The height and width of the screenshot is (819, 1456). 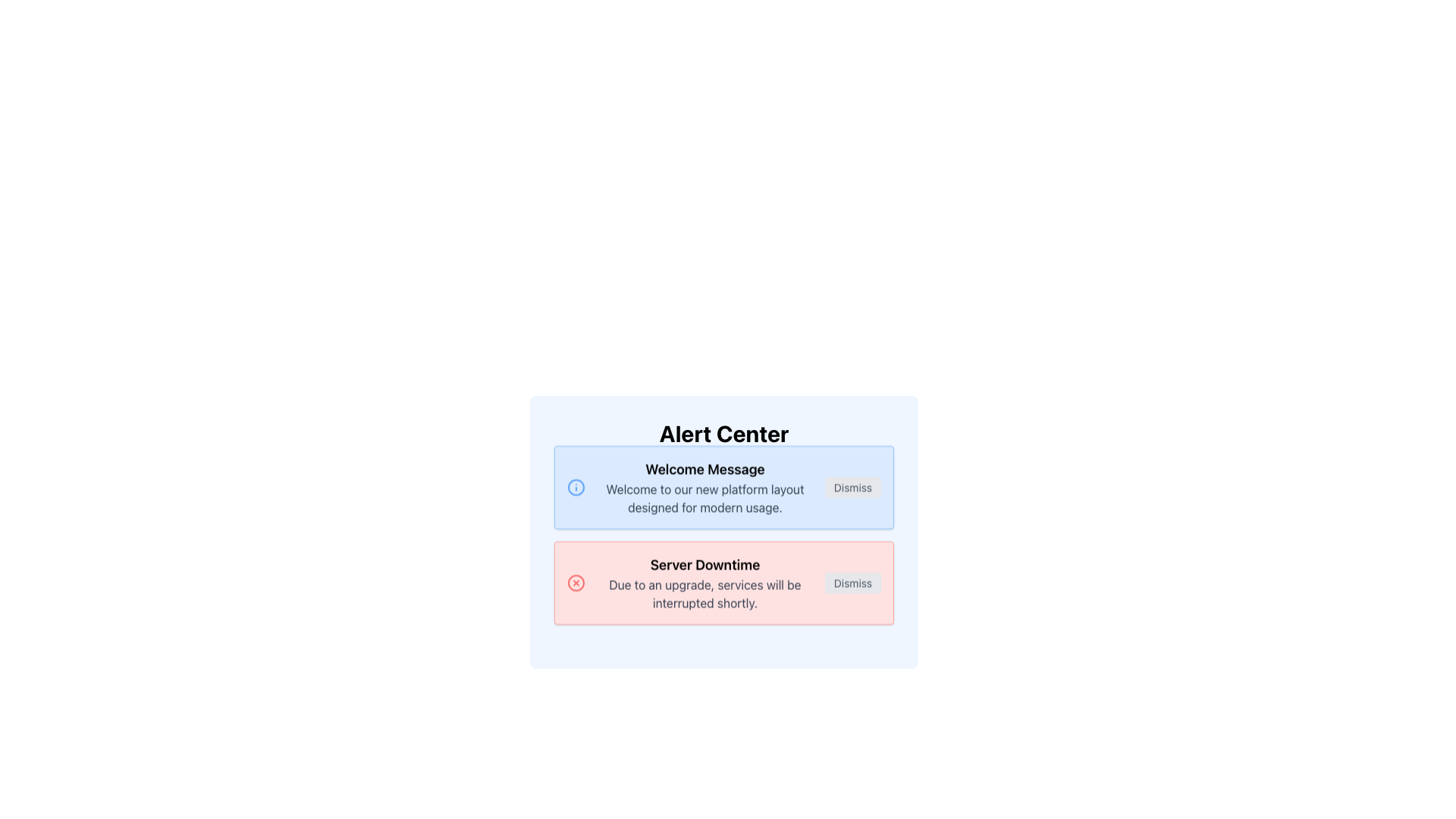 I want to click on the Text label that acts as a header for the section above 'Welcome Message' and 'Server Downtime', so click(x=723, y=433).